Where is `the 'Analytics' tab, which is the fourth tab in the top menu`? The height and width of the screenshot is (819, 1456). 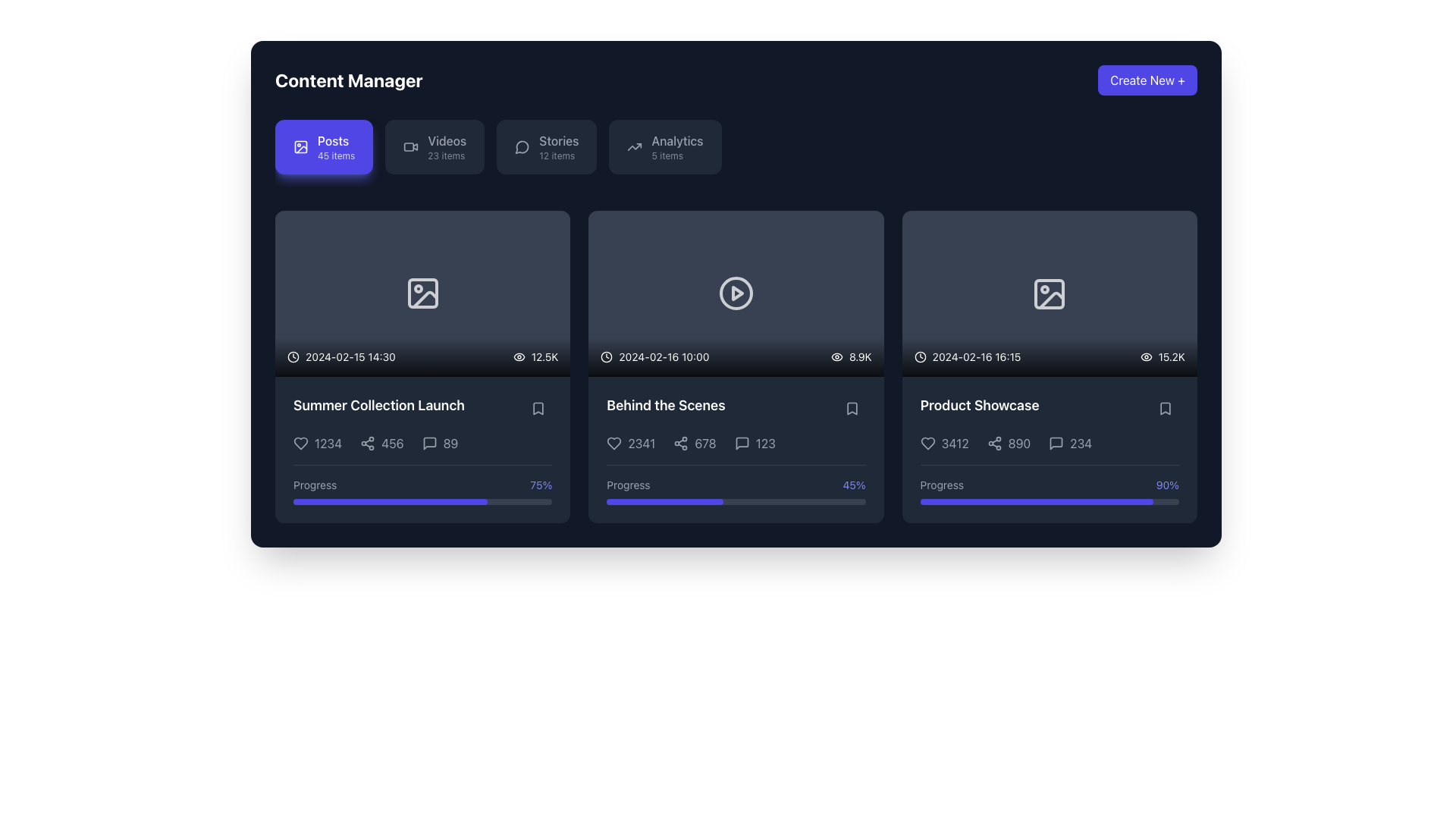
the 'Analytics' tab, which is the fourth tab in the top menu is located at coordinates (676, 140).